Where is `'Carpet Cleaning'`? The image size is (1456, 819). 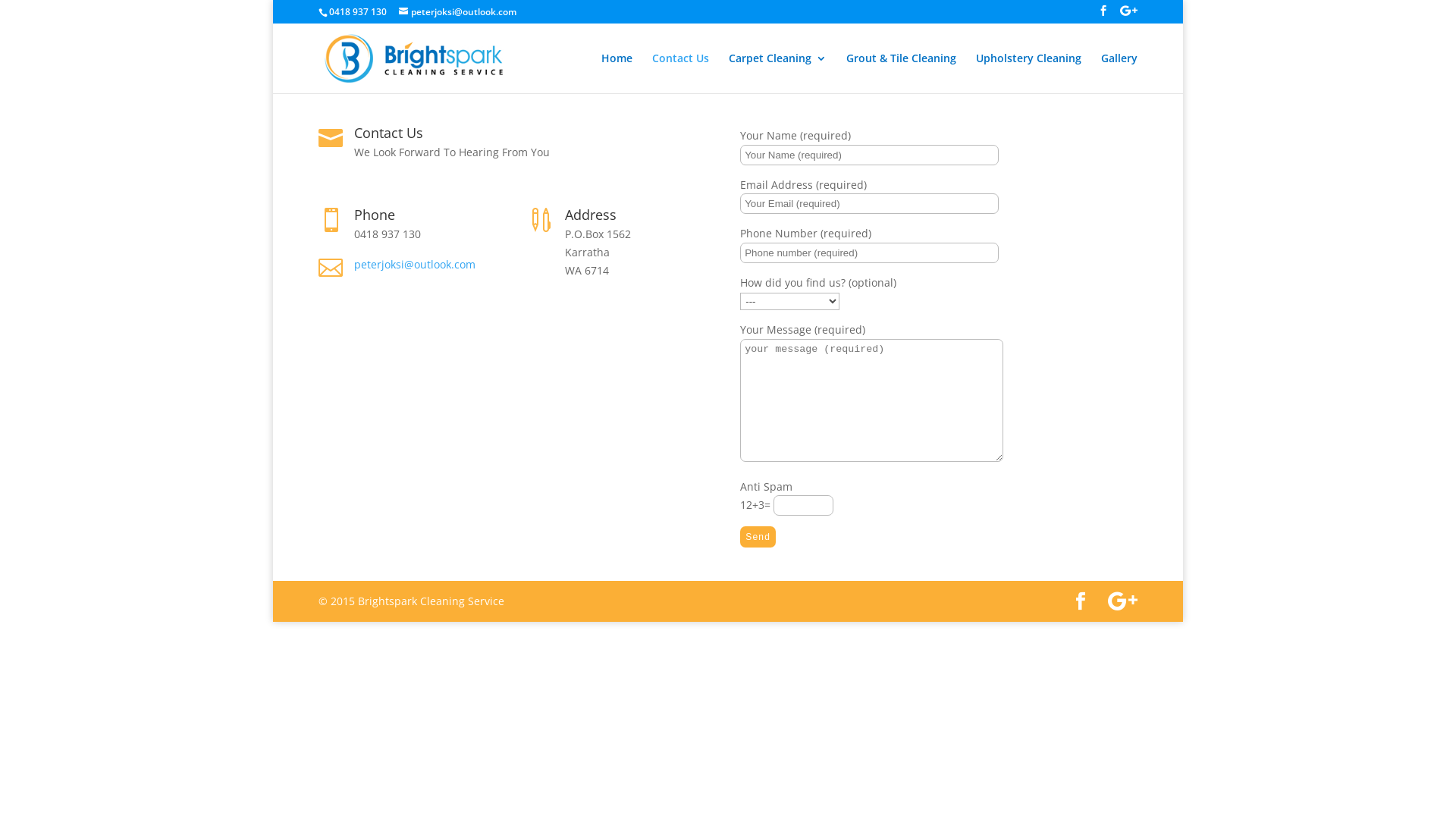
'Carpet Cleaning' is located at coordinates (777, 73).